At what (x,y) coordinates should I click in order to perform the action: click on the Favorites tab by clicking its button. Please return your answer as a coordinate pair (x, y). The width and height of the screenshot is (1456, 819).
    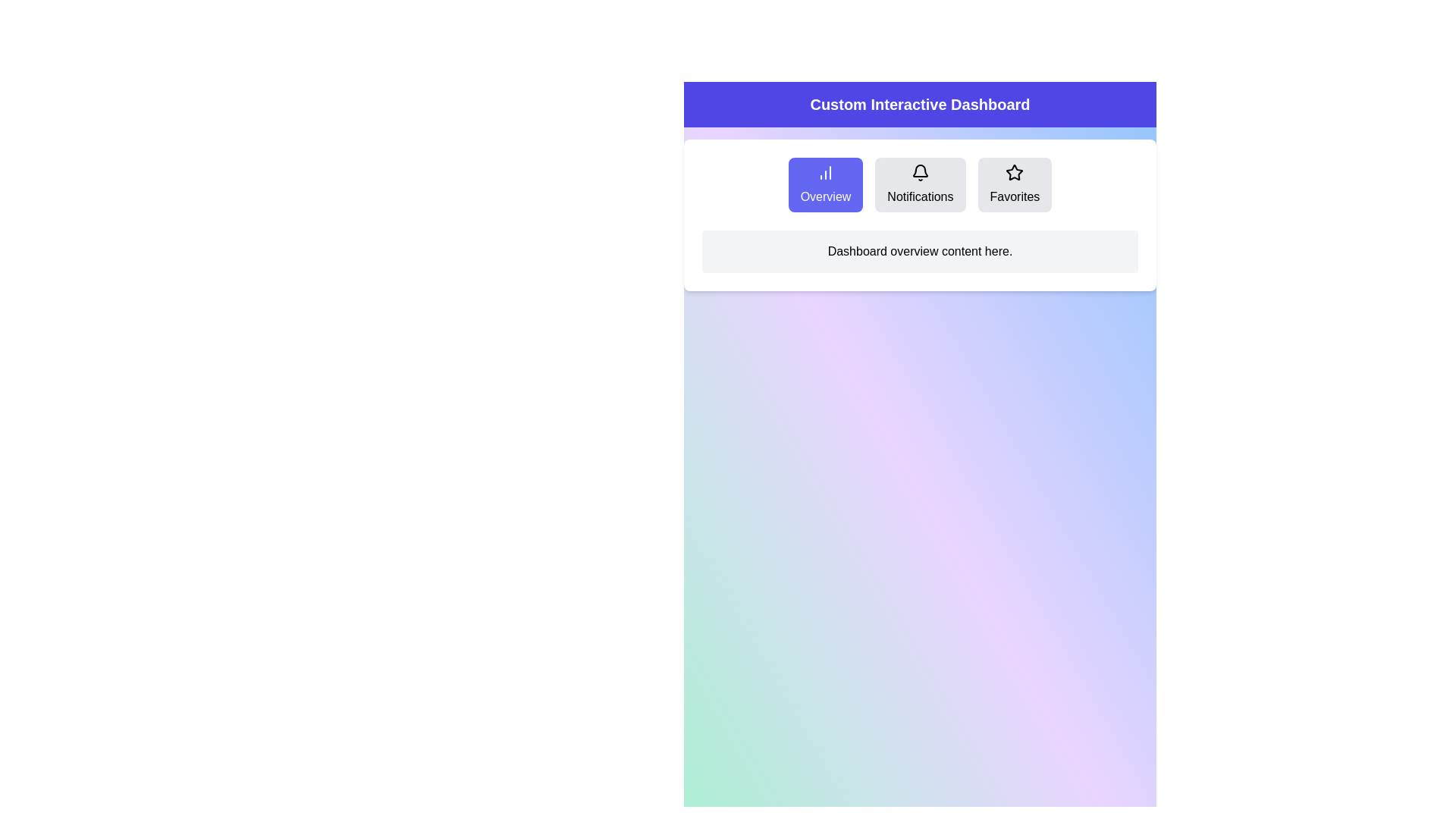
    Looking at the image, I should click on (1015, 184).